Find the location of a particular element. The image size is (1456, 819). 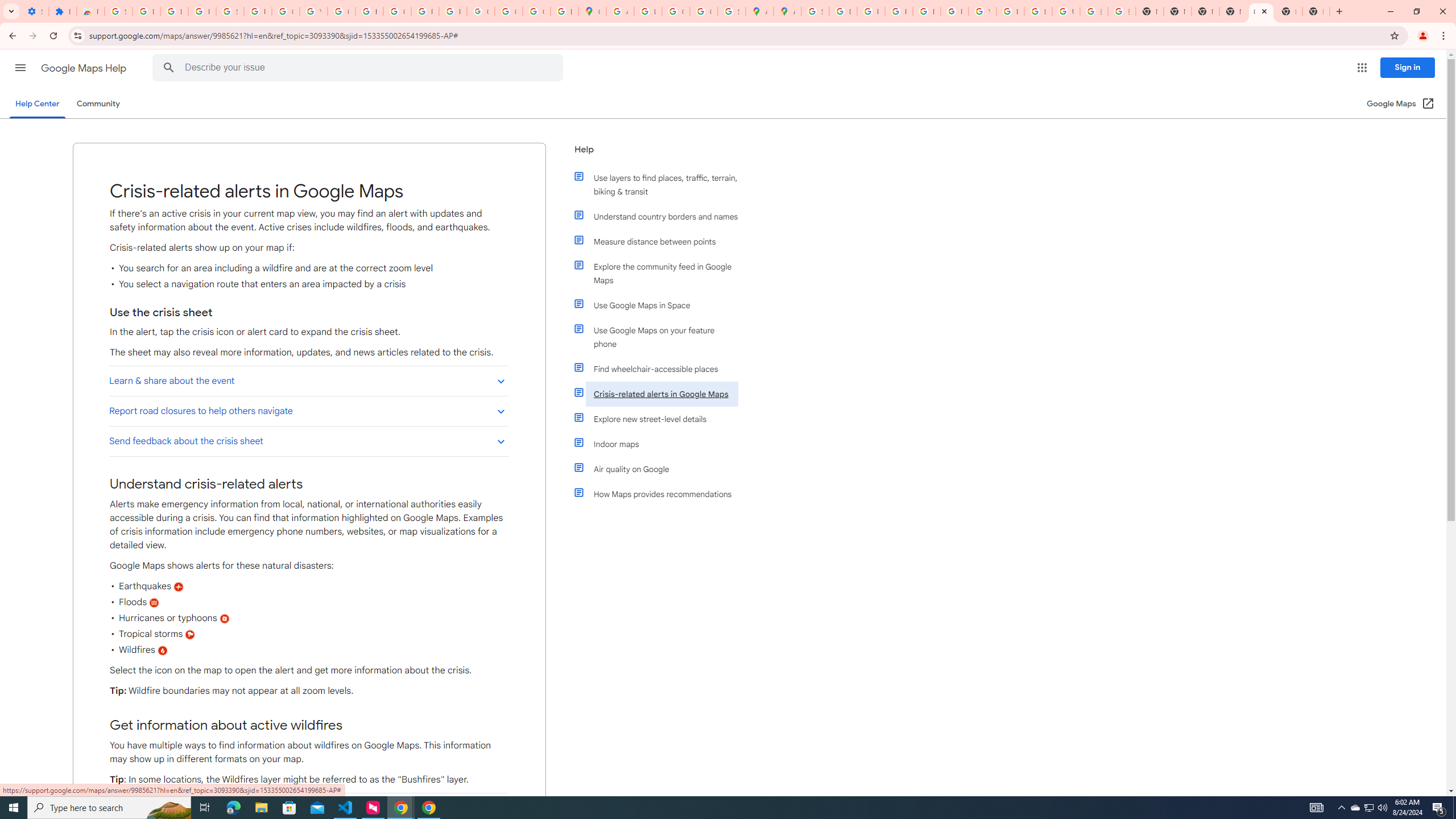

'Learn how to find your photos - Google Photos Help' is located at coordinates (174, 11).